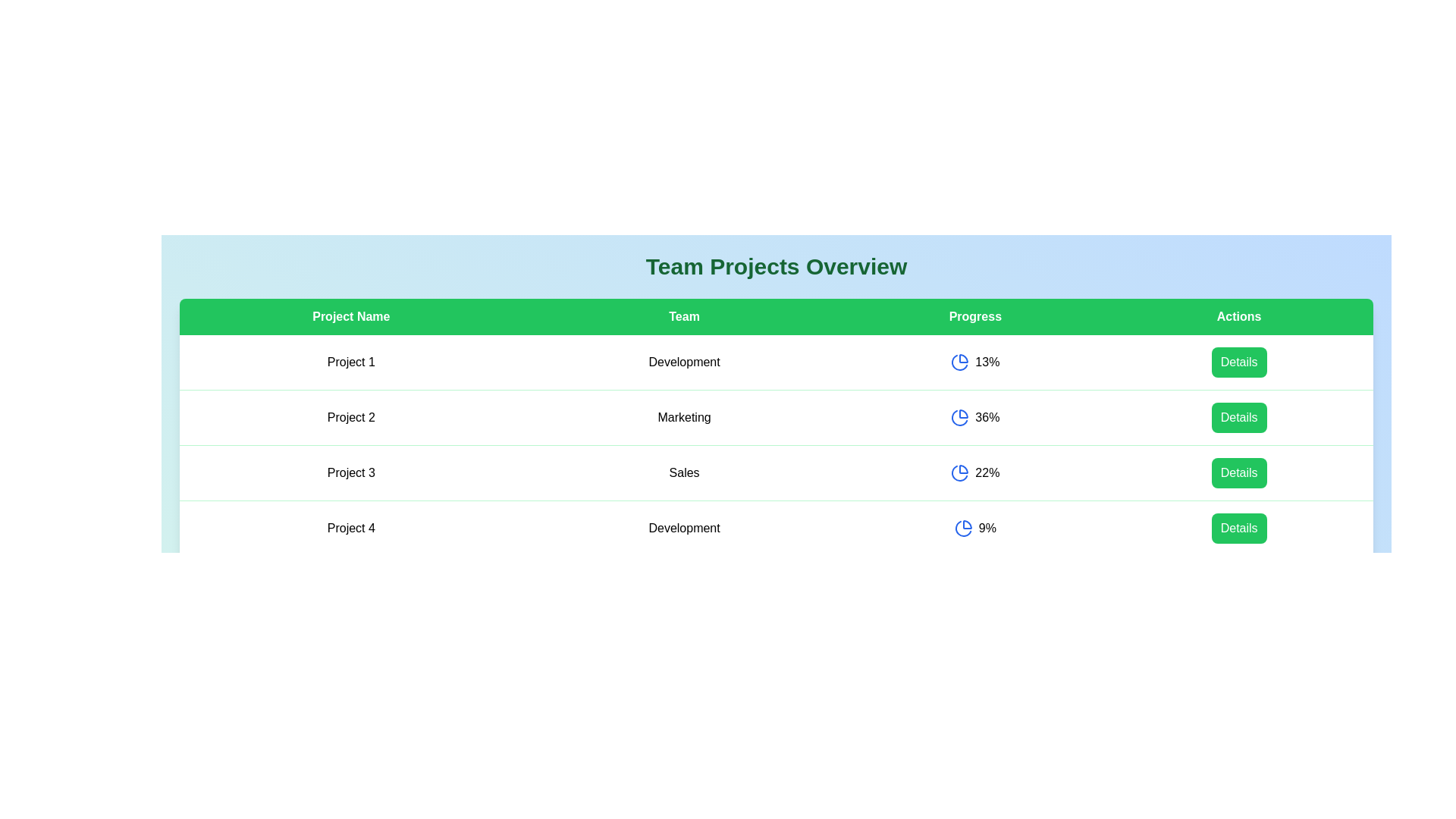 Image resolution: width=1456 pixels, height=819 pixels. I want to click on the 'Details' button for the project with the name Project 4, so click(1239, 528).